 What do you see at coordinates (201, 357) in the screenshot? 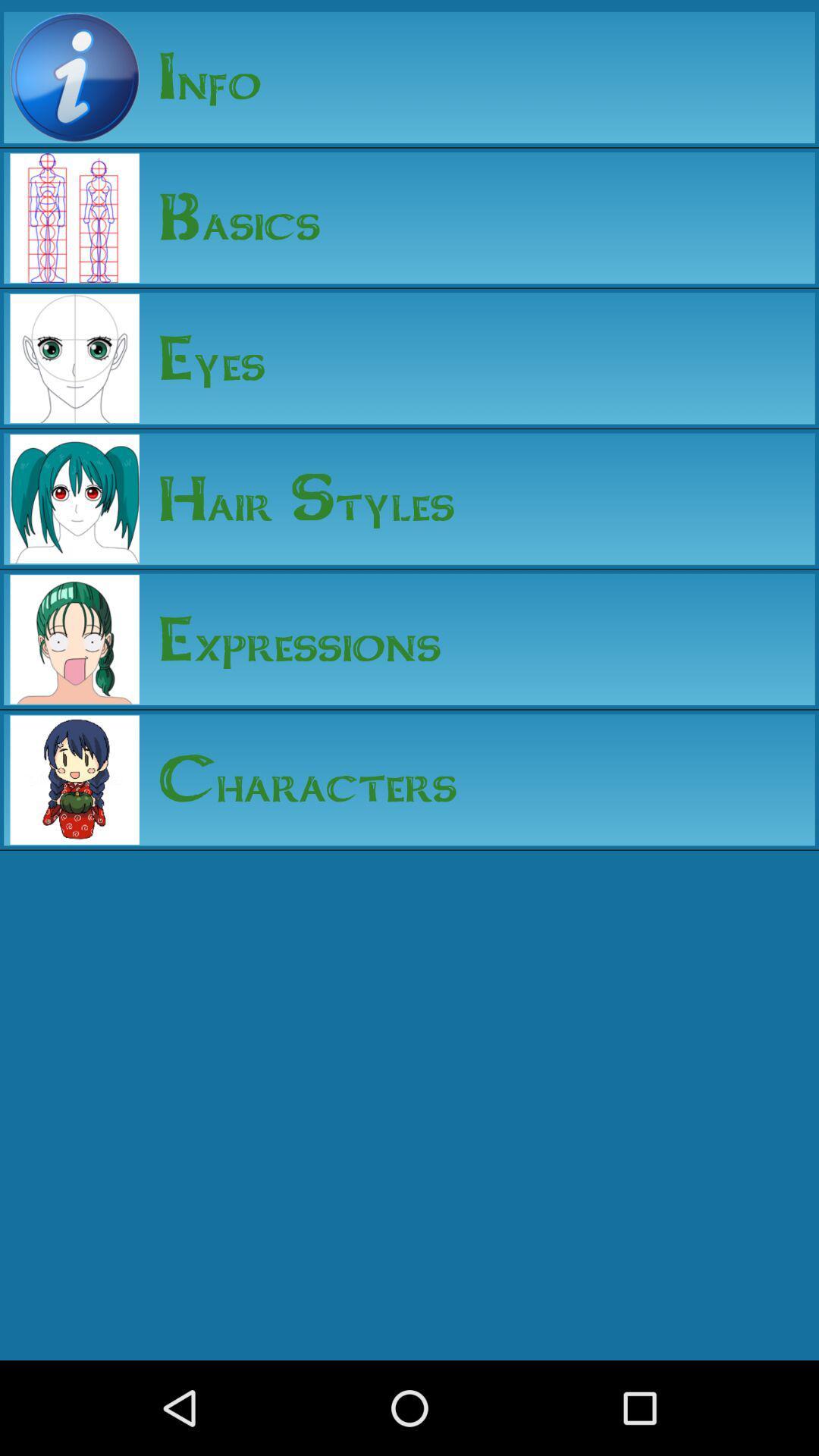
I see `eyes` at bounding box center [201, 357].